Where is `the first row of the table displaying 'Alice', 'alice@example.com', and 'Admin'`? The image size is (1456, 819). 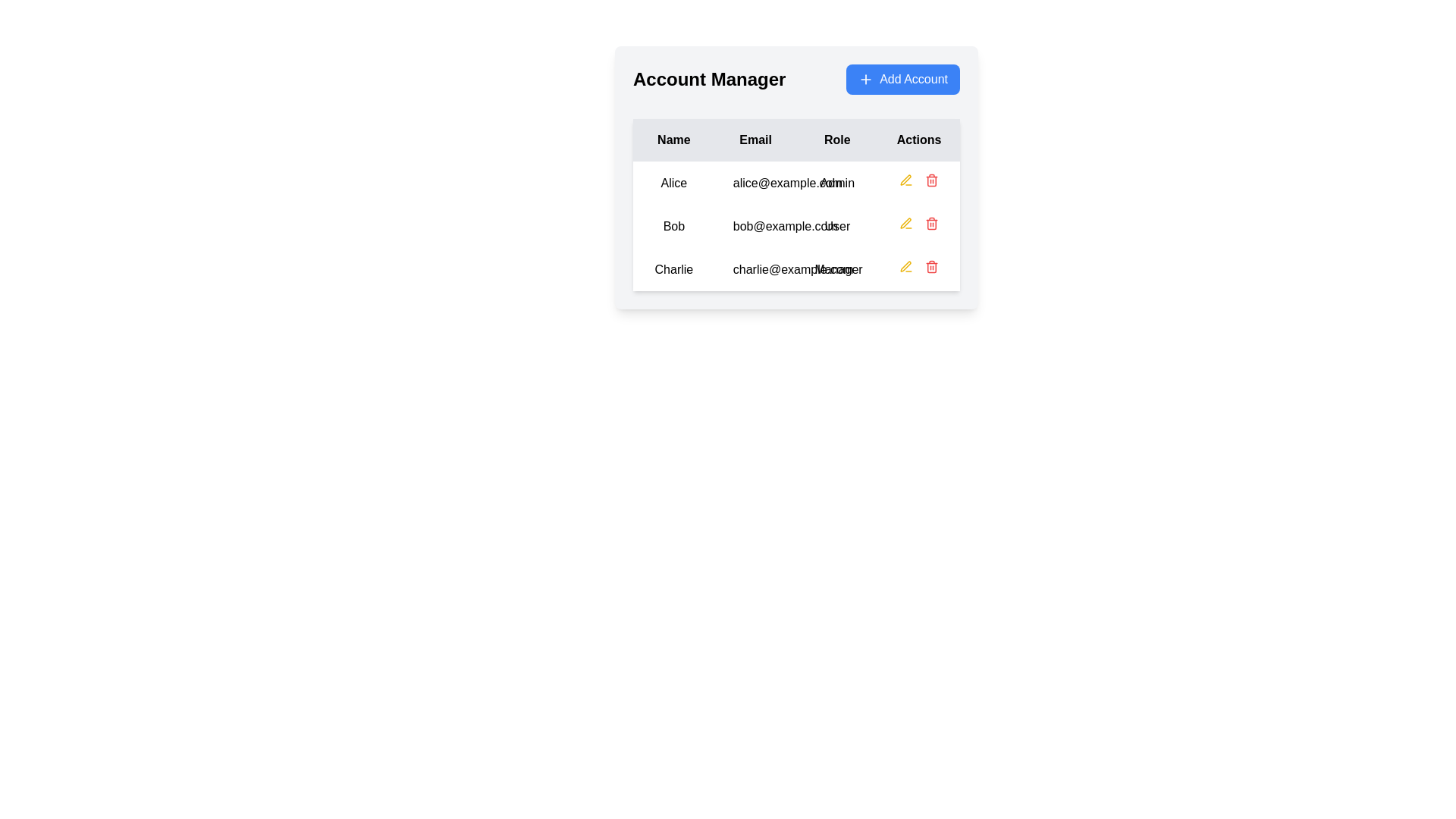 the first row of the table displaying 'Alice', 'alice@example.com', and 'Admin' is located at coordinates (795, 182).